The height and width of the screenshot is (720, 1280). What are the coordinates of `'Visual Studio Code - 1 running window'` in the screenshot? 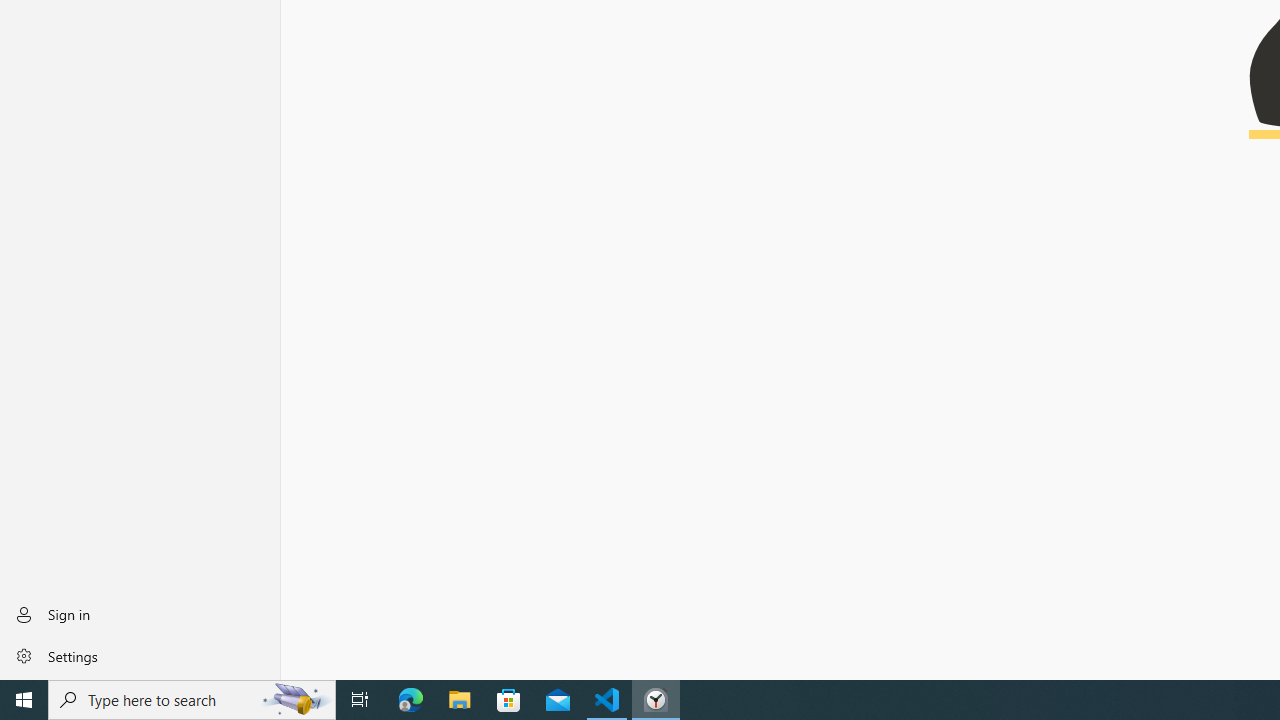 It's located at (606, 698).